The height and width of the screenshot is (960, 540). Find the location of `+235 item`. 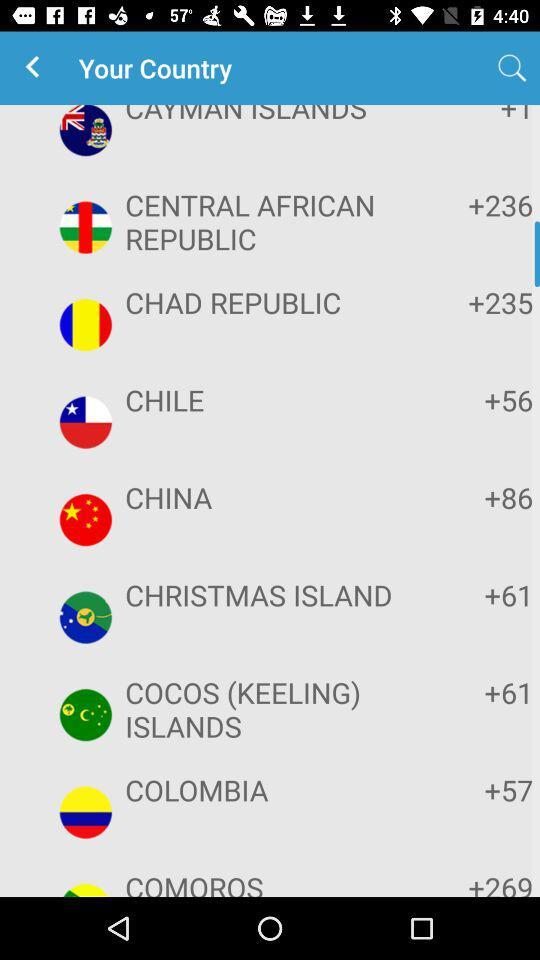

+235 item is located at coordinates (471, 302).